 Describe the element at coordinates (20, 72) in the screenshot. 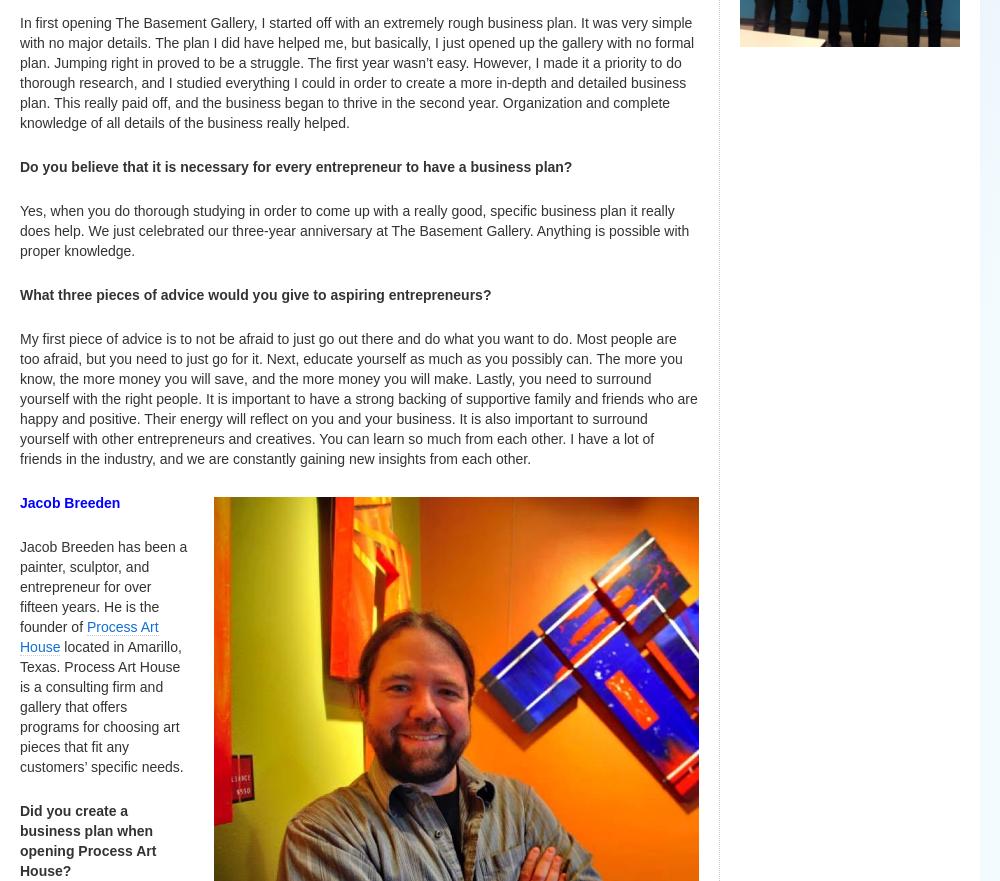

I see `'In first opening The Basement Gallery, I started off with an extremely rough business plan. It was very simple with no major details. The plan I did have helped me, but basically, I just opened up the gallery with no formal plan. Jumping right in proved to be a struggle. The first year wasn’t easy. However, I made it a priority to do thorough research, and I studied everything I could in order to create a more in-depth and detailed business plan. This really paid off, and the business began to thrive in the second year. Organization and complete knowledge of all details of the business really helped.'` at that location.